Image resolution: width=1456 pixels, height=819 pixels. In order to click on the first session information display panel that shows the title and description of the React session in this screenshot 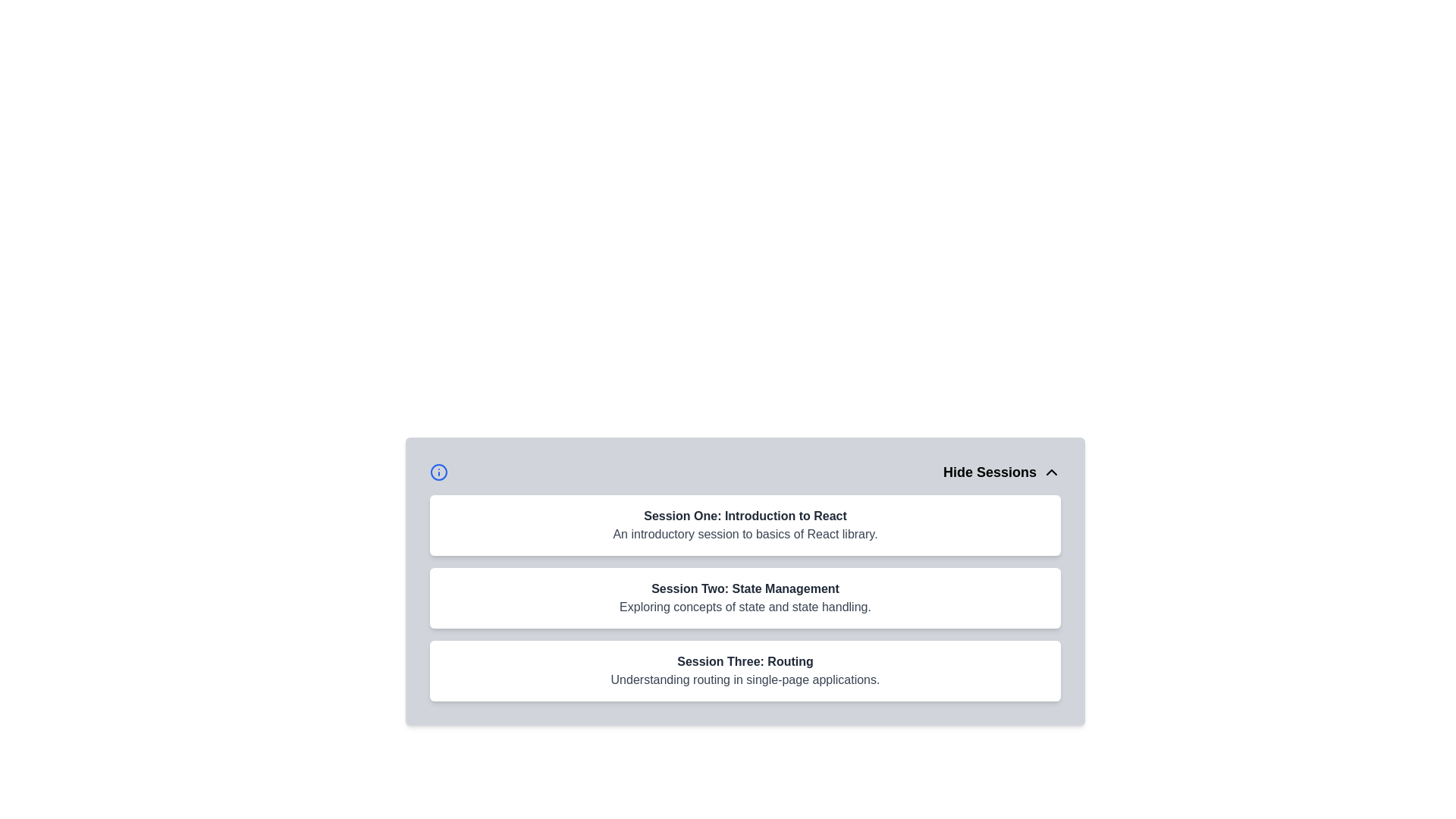, I will do `click(745, 525)`.